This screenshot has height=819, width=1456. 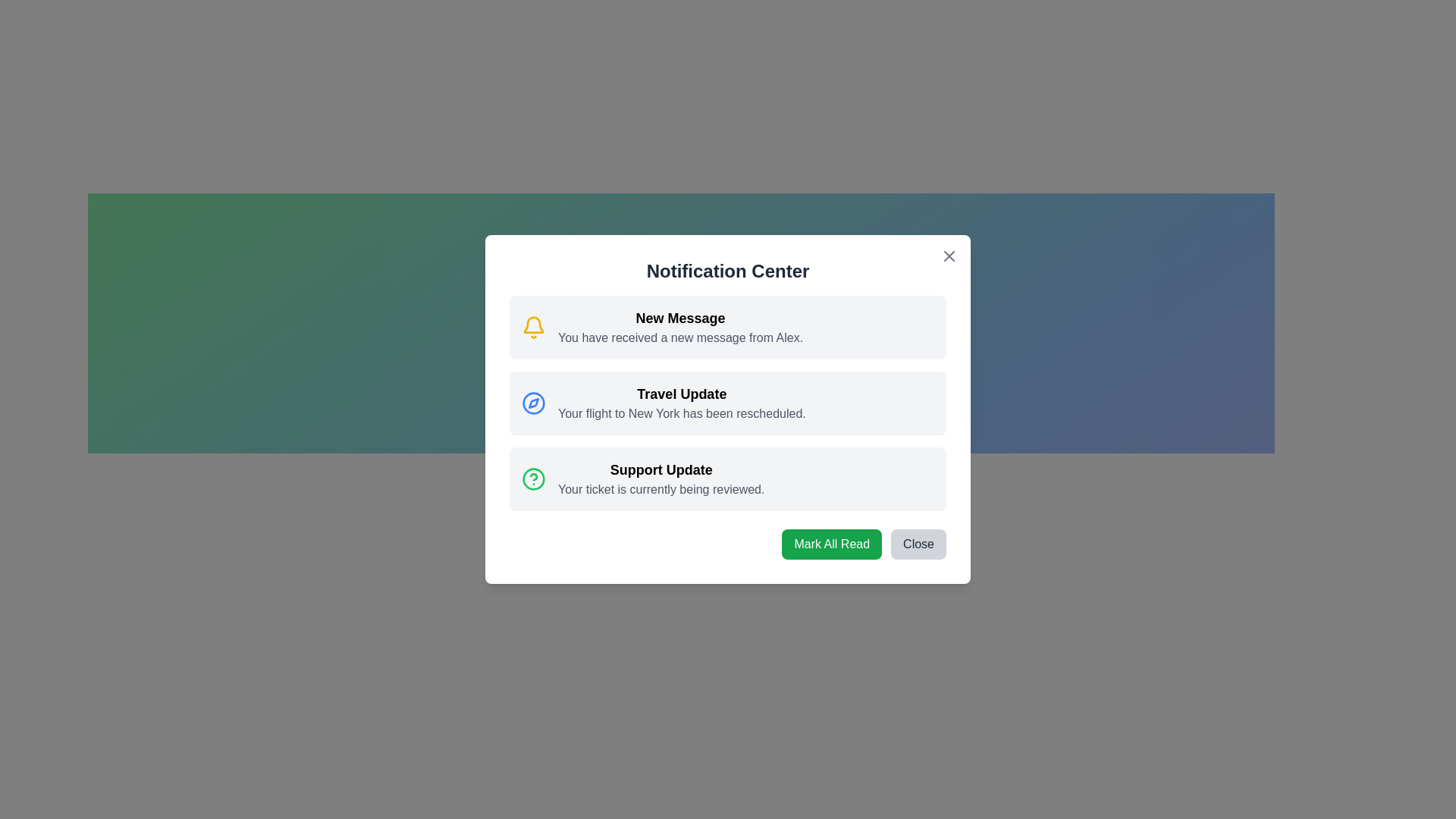 What do you see at coordinates (534, 479) in the screenshot?
I see `the green circular Decorative icon with a question mark symbol located to the far left within the third informational section below the 'Support Update' title` at bounding box center [534, 479].